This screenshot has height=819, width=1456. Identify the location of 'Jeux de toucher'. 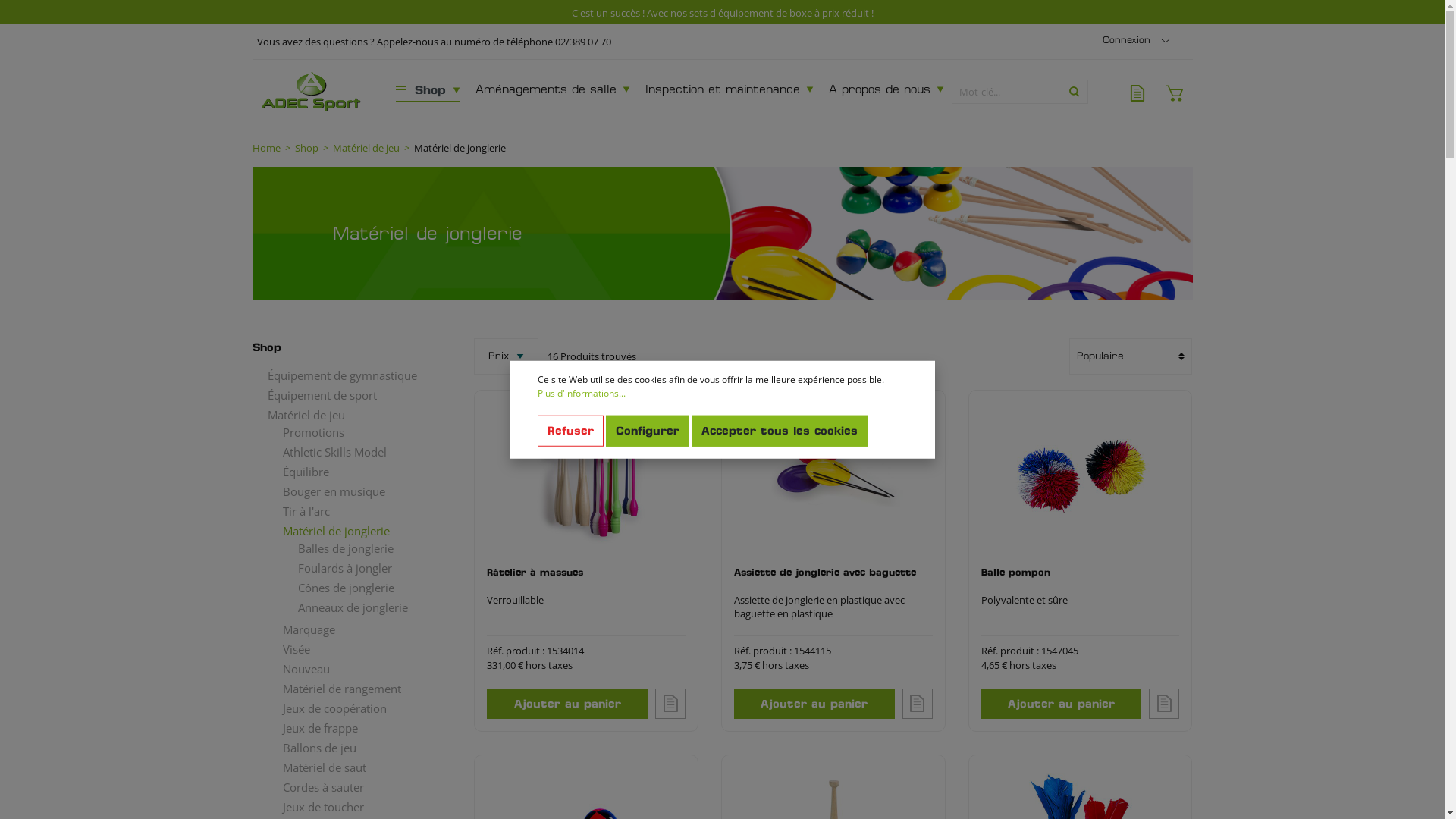
(354, 806).